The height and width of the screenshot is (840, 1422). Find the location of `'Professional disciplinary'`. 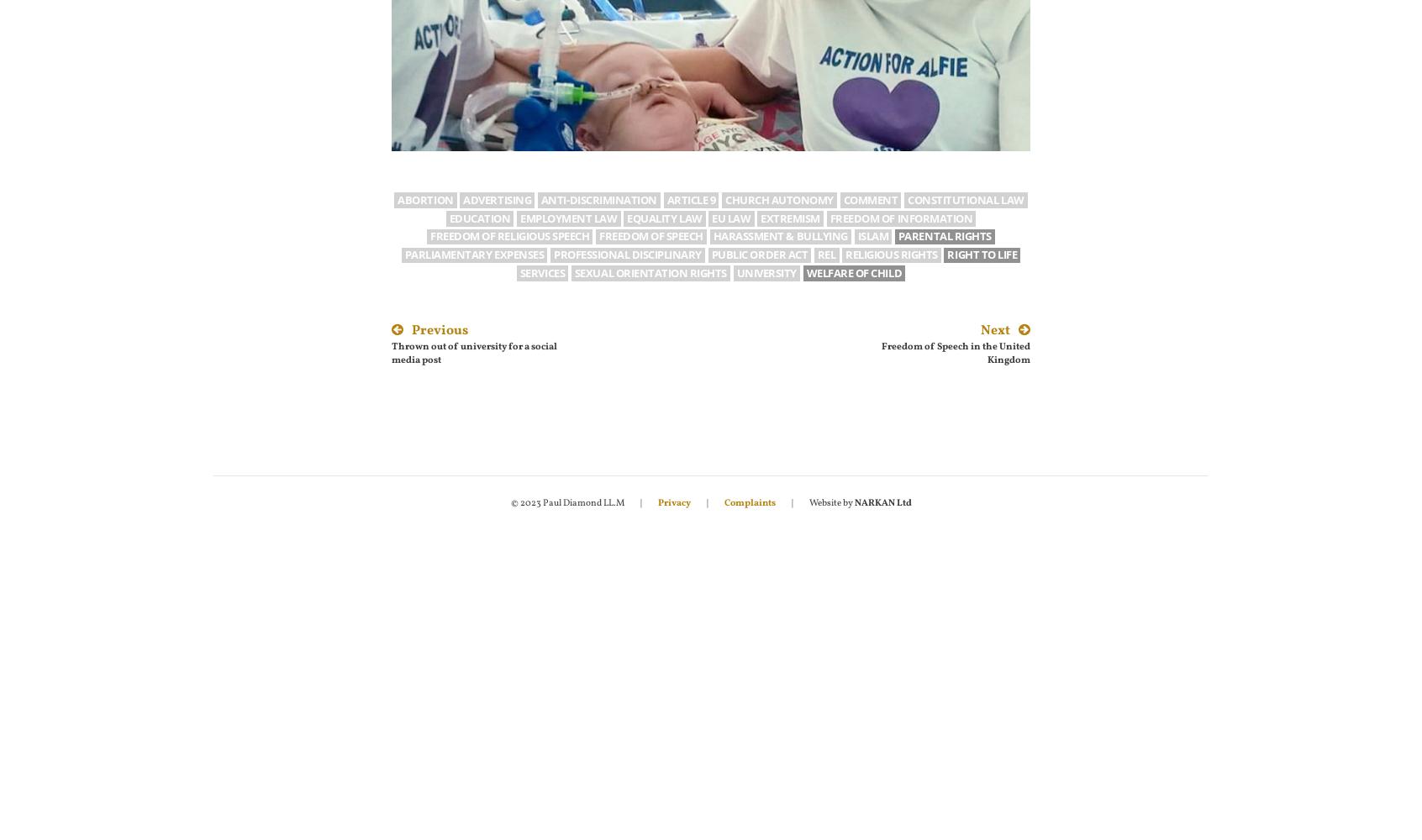

'Professional disciplinary' is located at coordinates (627, 255).